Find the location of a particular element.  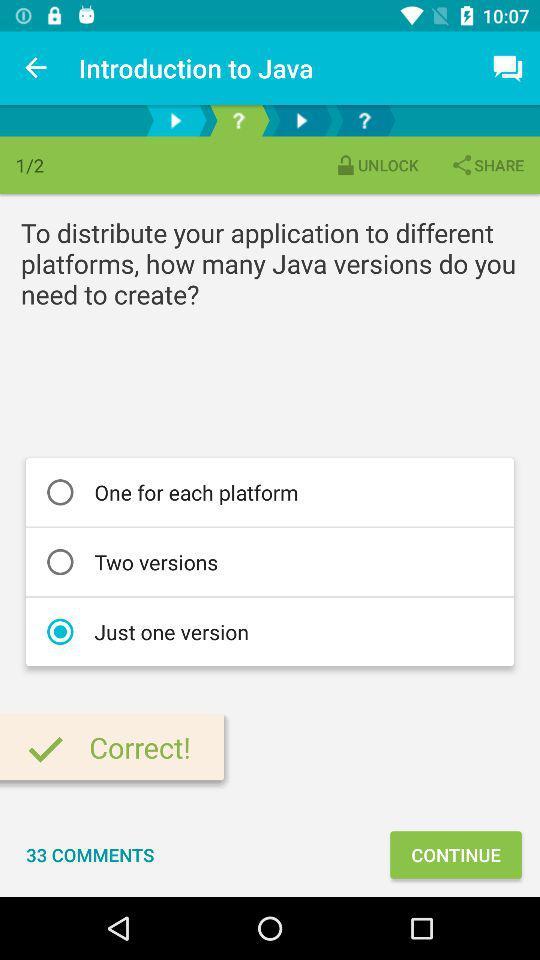

the play icon is located at coordinates (300, 120).